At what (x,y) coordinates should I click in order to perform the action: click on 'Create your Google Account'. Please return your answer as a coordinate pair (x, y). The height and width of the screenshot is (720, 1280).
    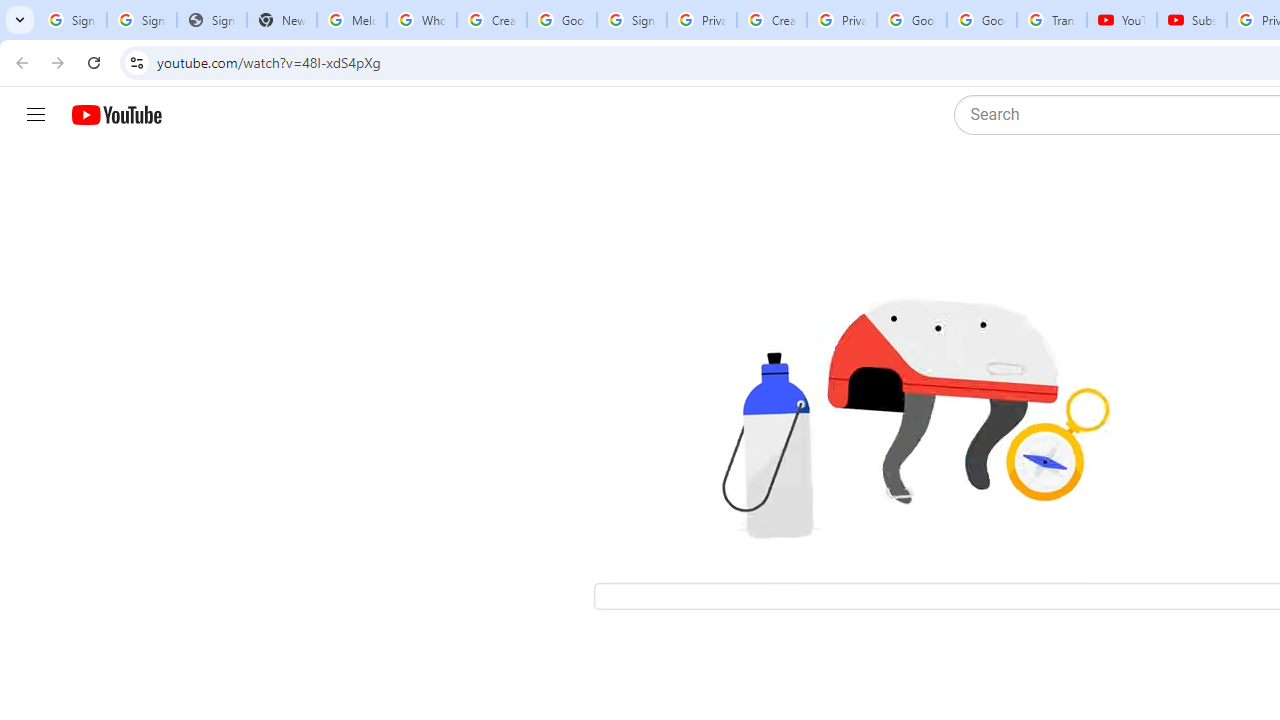
    Looking at the image, I should click on (492, 20).